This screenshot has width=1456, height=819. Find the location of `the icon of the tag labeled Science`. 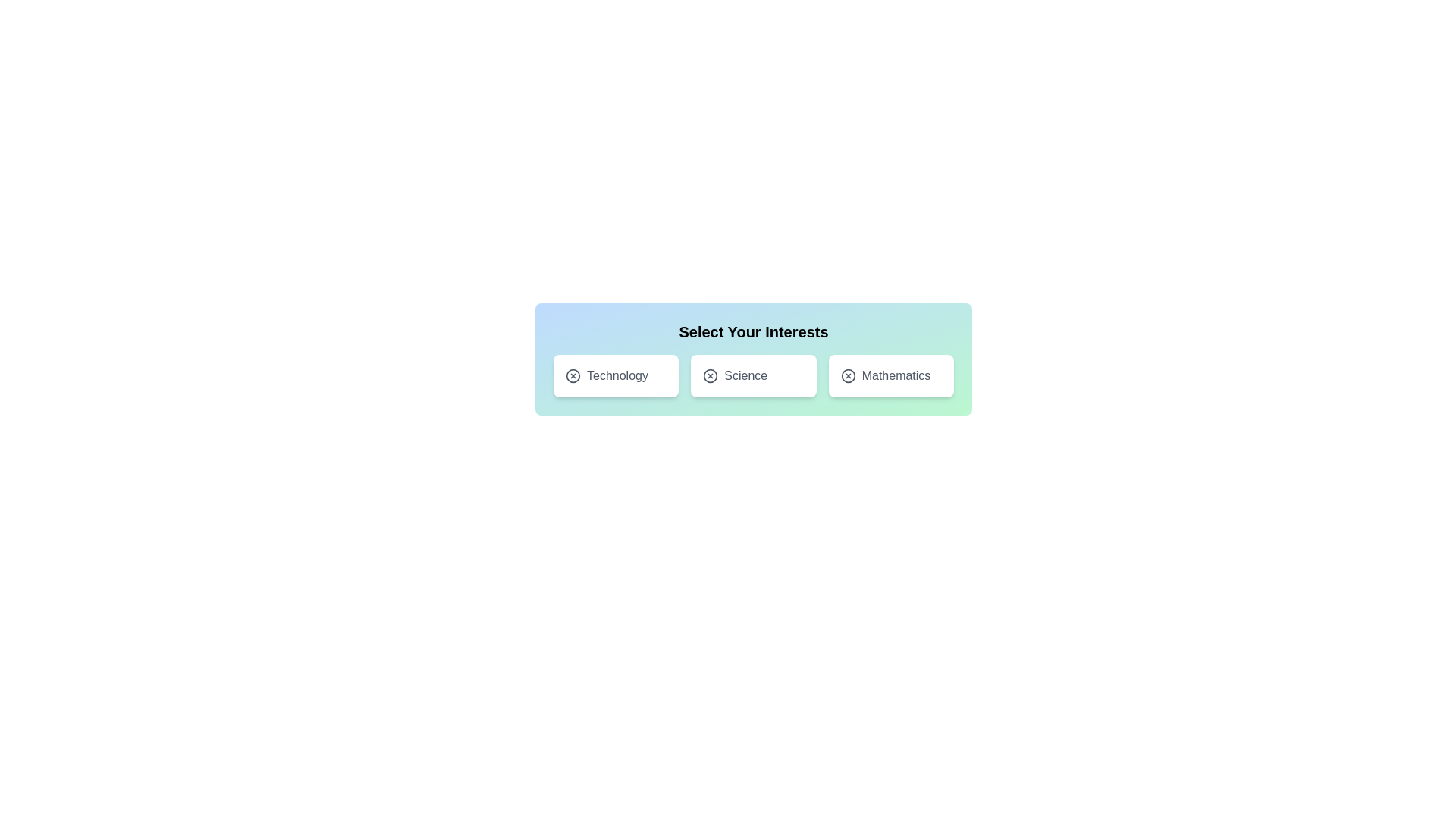

the icon of the tag labeled Science is located at coordinates (709, 375).